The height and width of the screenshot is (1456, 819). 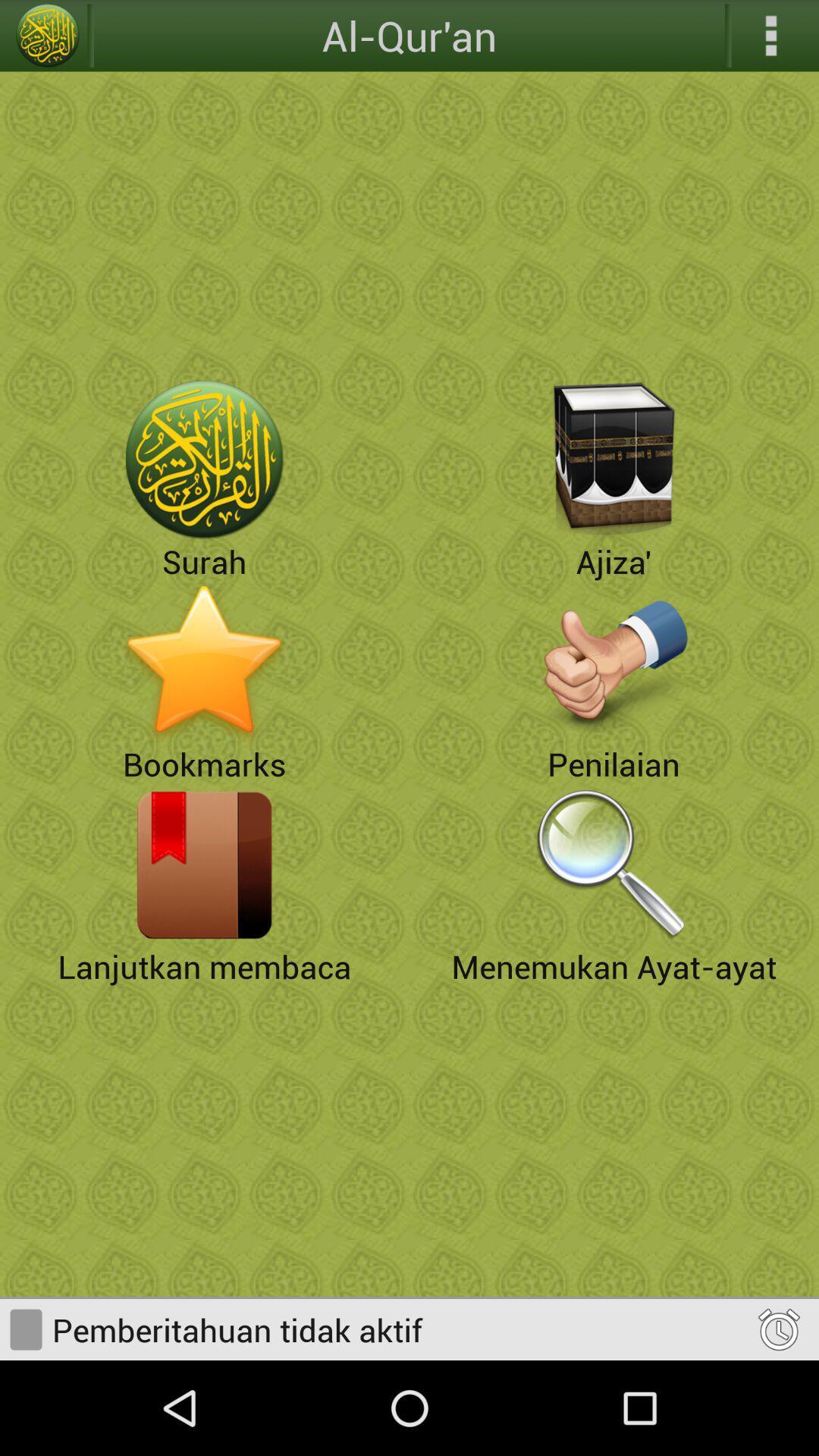 What do you see at coordinates (771, 38) in the screenshot?
I see `the more icon` at bounding box center [771, 38].